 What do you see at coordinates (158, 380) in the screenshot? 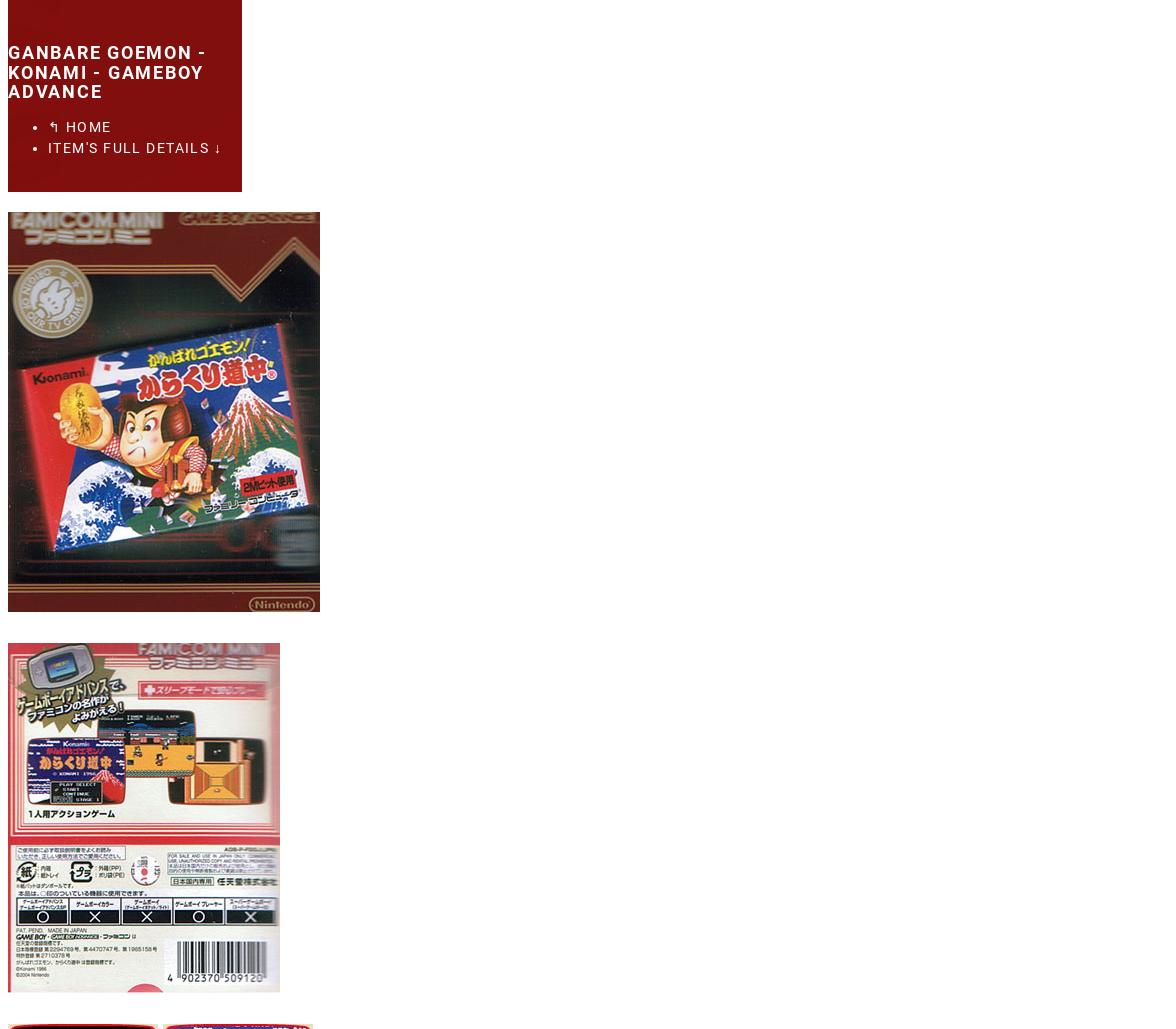
I see `'Super CD ROM'` at bounding box center [158, 380].